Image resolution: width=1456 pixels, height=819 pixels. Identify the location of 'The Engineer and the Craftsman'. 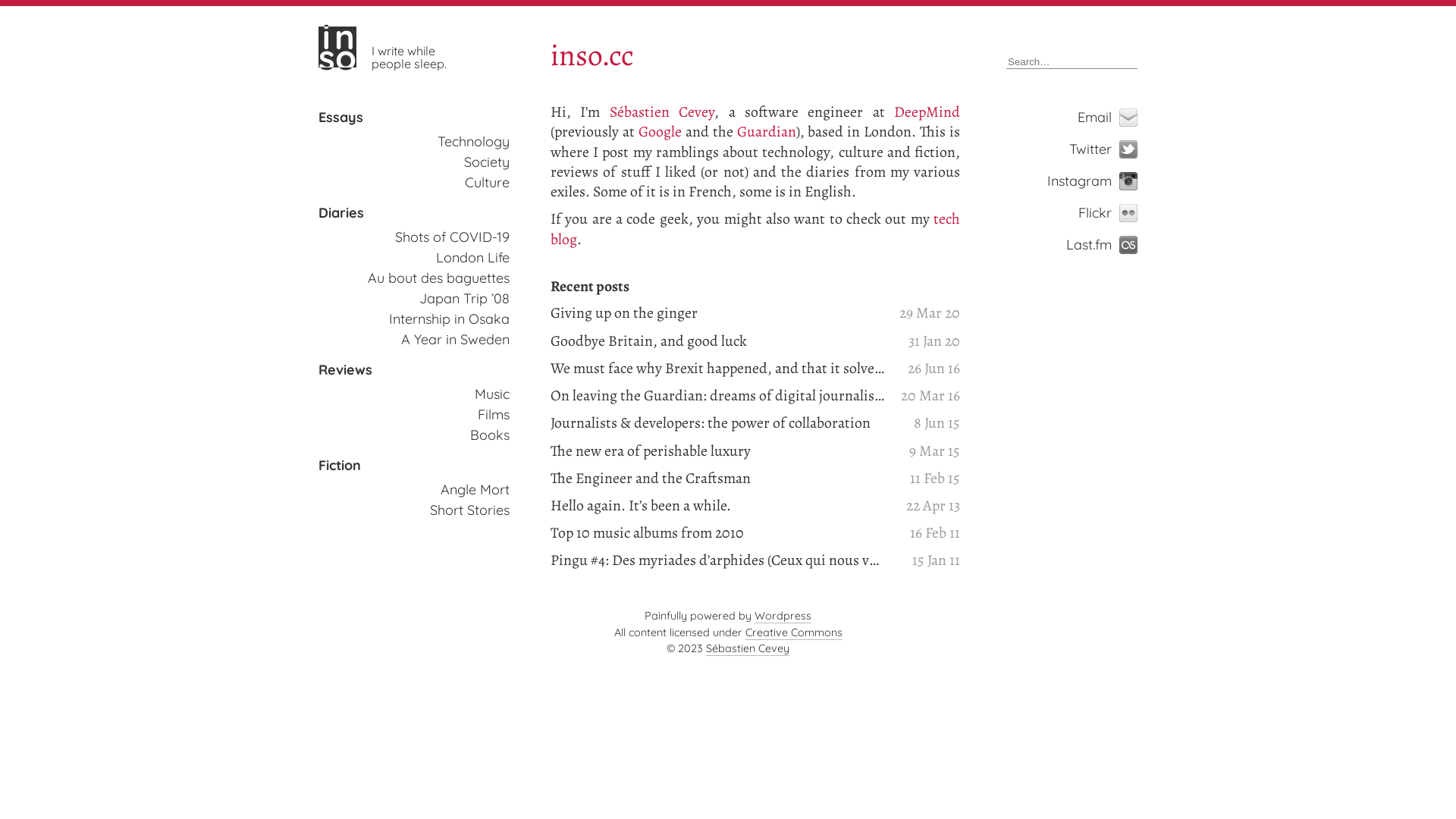
(717, 479).